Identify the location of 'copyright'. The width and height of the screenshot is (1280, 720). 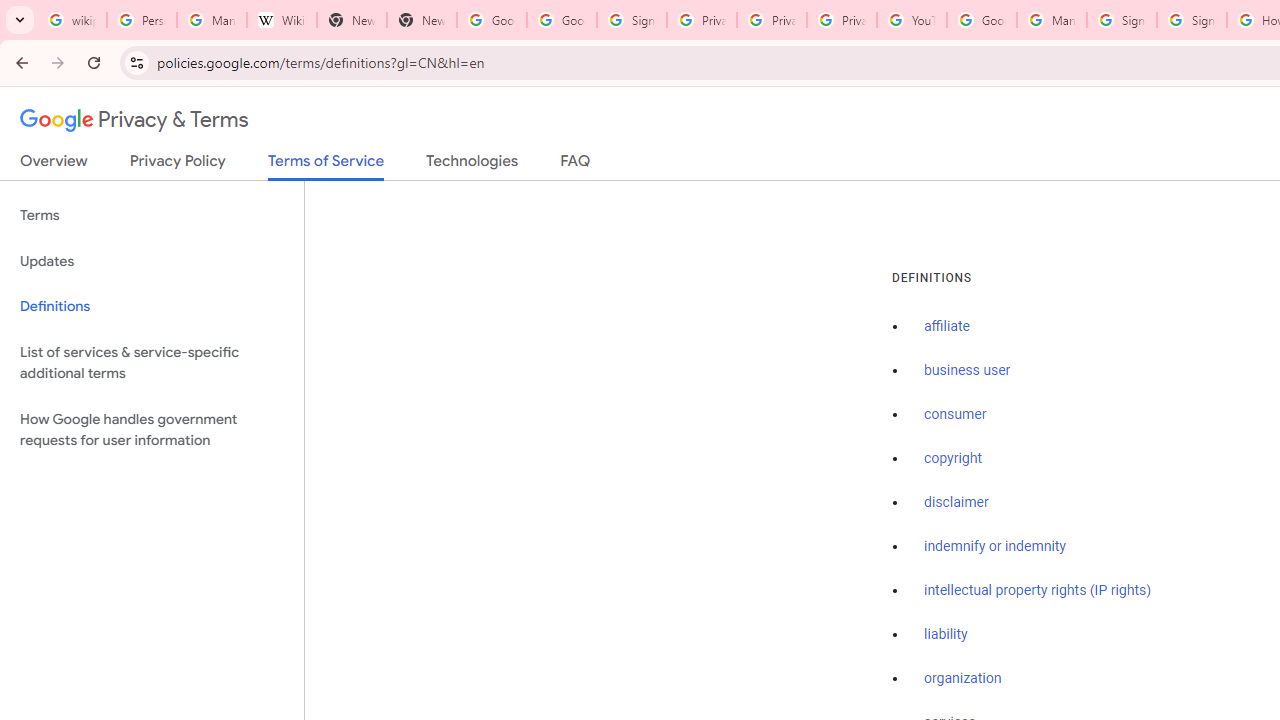
(951, 458).